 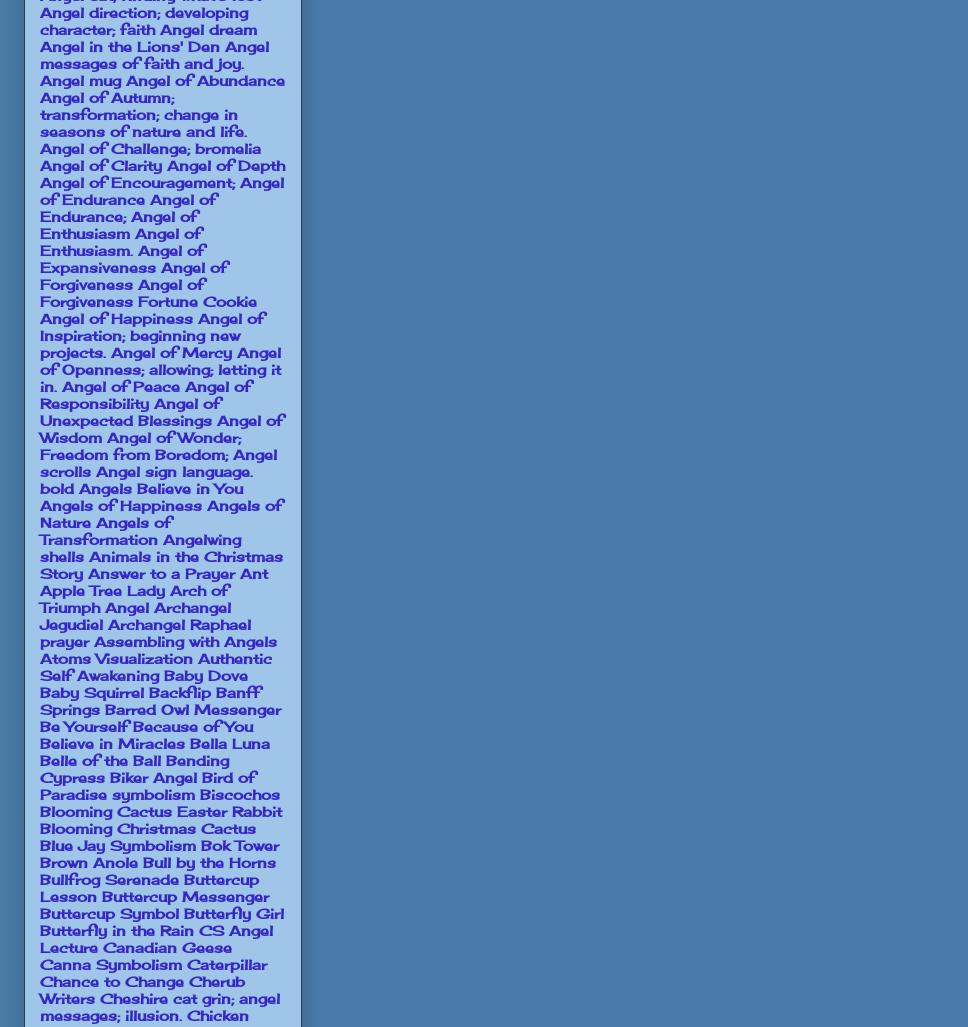 What do you see at coordinates (109, 877) in the screenshot?
I see `'Bullfrog Serenade'` at bounding box center [109, 877].